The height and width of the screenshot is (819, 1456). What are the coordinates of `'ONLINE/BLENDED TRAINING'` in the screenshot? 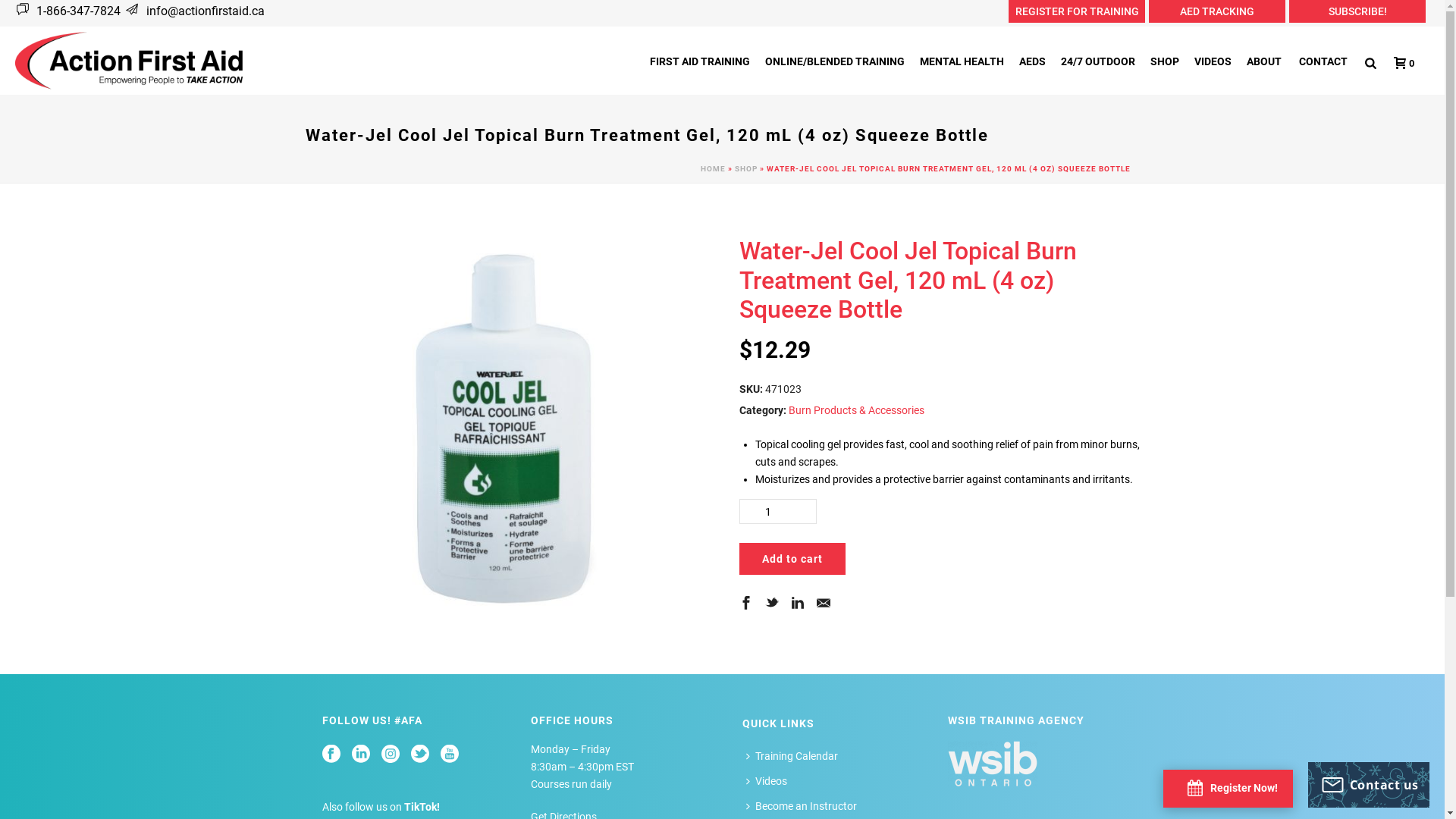 It's located at (757, 61).